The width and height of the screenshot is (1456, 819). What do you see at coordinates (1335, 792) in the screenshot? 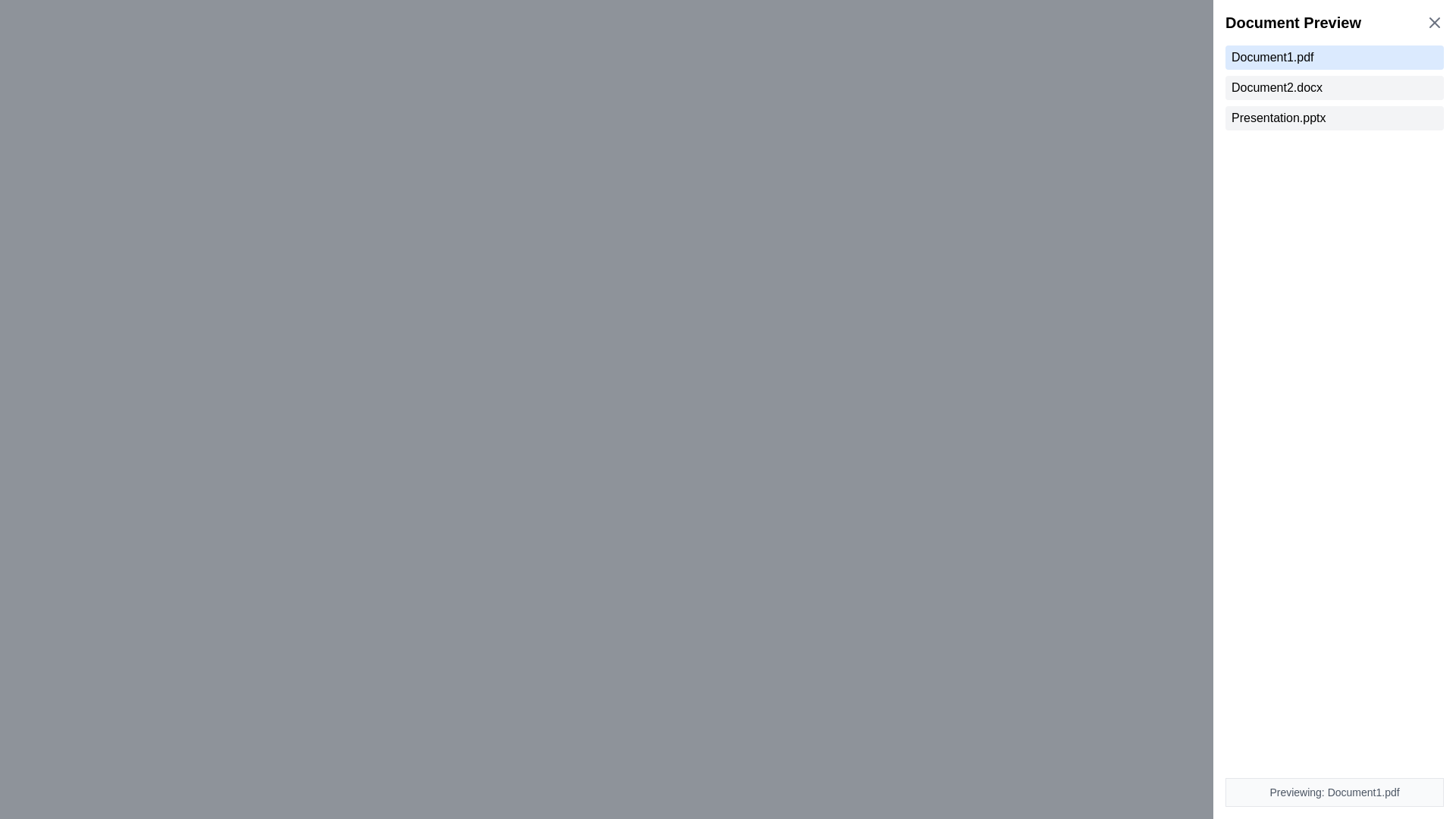
I see `text from the plain text label displaying 'Previewing: Document1.pdf' in gray color located at the bottom-right corner of the interface` at bounding box center [1335, 792].